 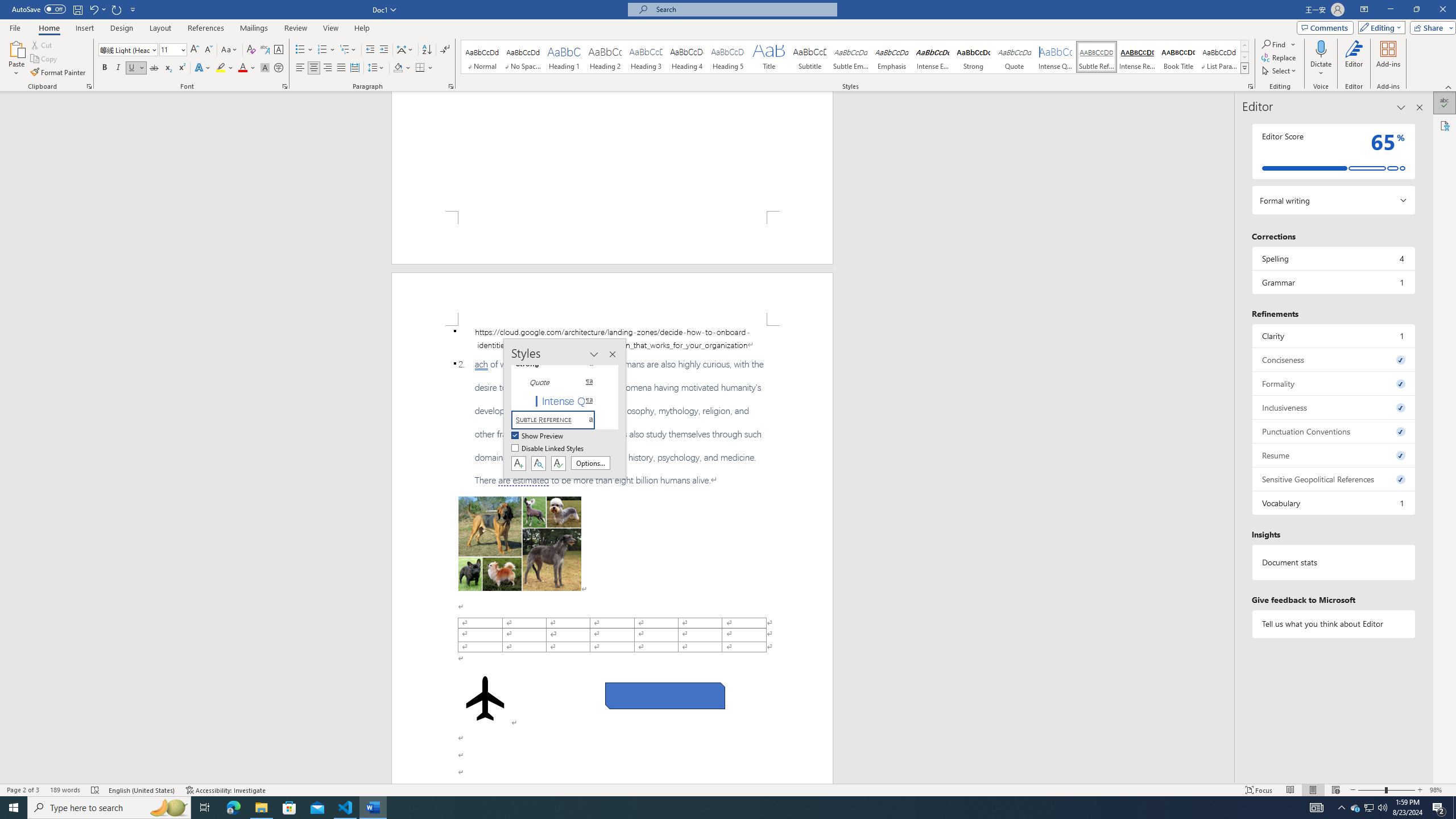 What do you see at coordinates (23, 790) in the screenshot?
I see `'Page Number Page 2 of 3'` at bounding box center [23, 790].